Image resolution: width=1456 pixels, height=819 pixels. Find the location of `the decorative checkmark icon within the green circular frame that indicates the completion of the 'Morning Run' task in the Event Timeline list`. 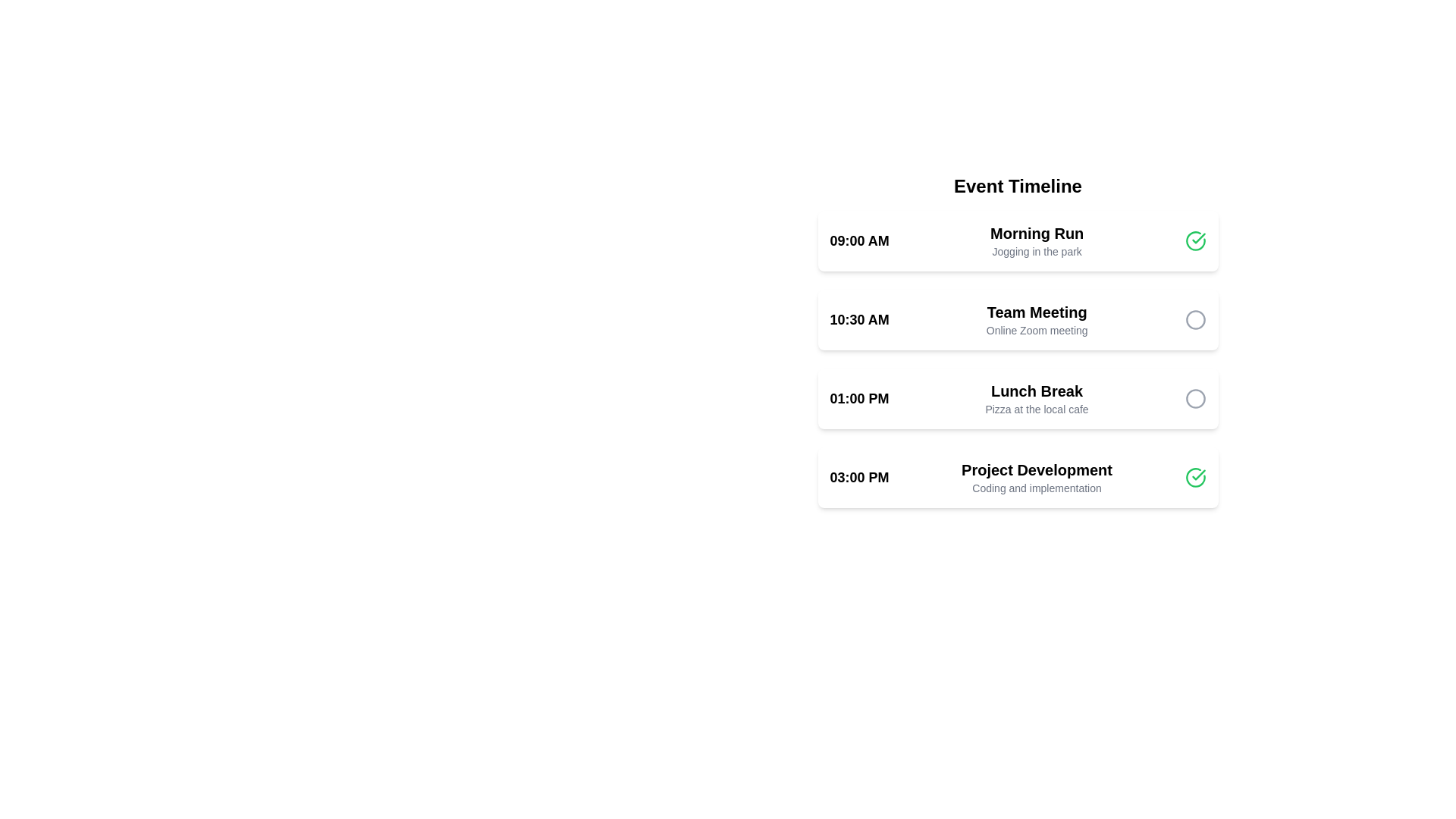

the decorative checkmark icon within the green circular frame that indicates the completion of the 'Morning Run' task in the Event Timeline list is located at coordinates (1197, 474).